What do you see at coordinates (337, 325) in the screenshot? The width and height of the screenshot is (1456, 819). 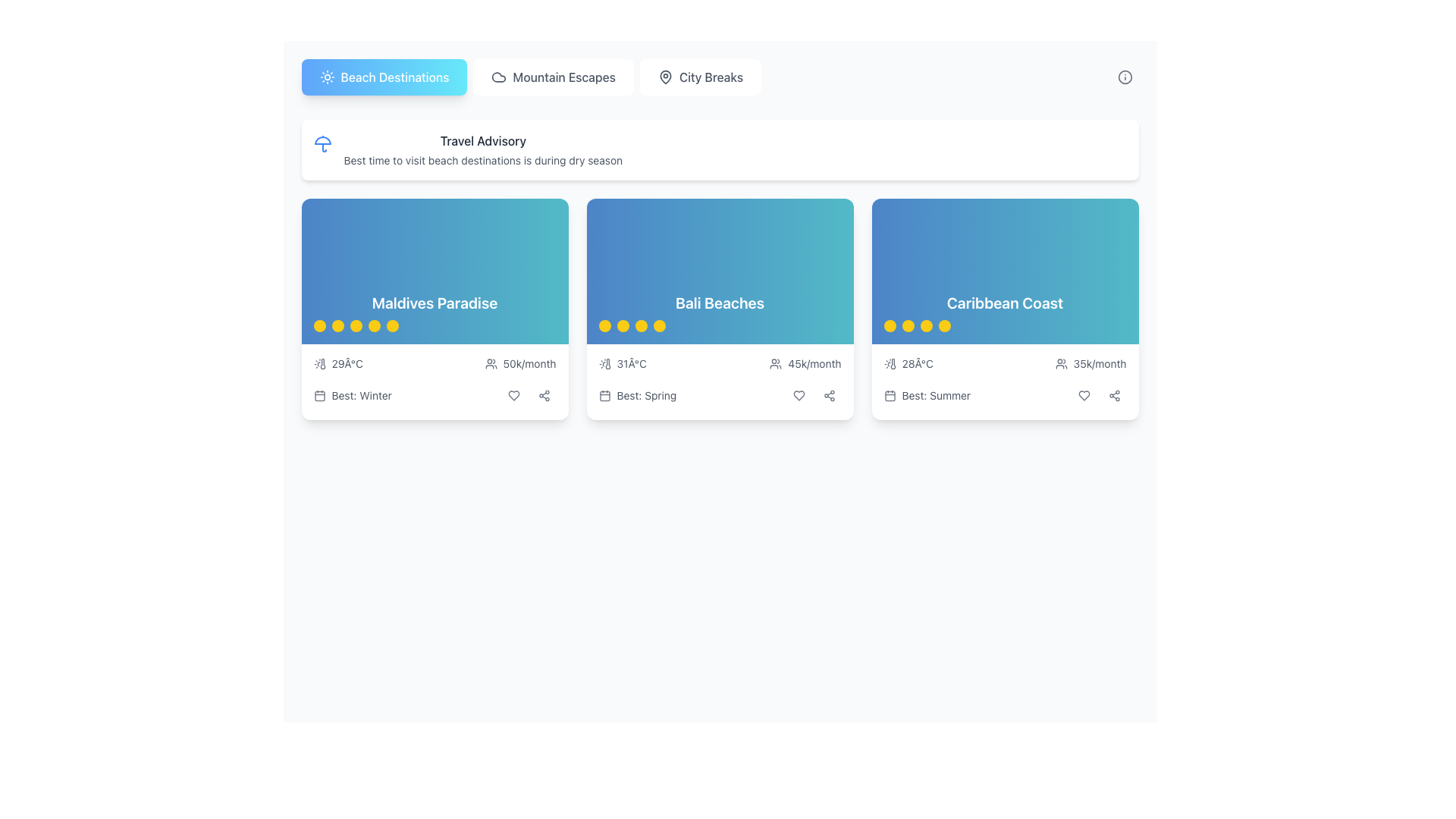 I see `the second small yellow circular rating icon located below the text 'Maldives Paradise' in the 'Beach Destinations' section` at bounding box center [337, 325].